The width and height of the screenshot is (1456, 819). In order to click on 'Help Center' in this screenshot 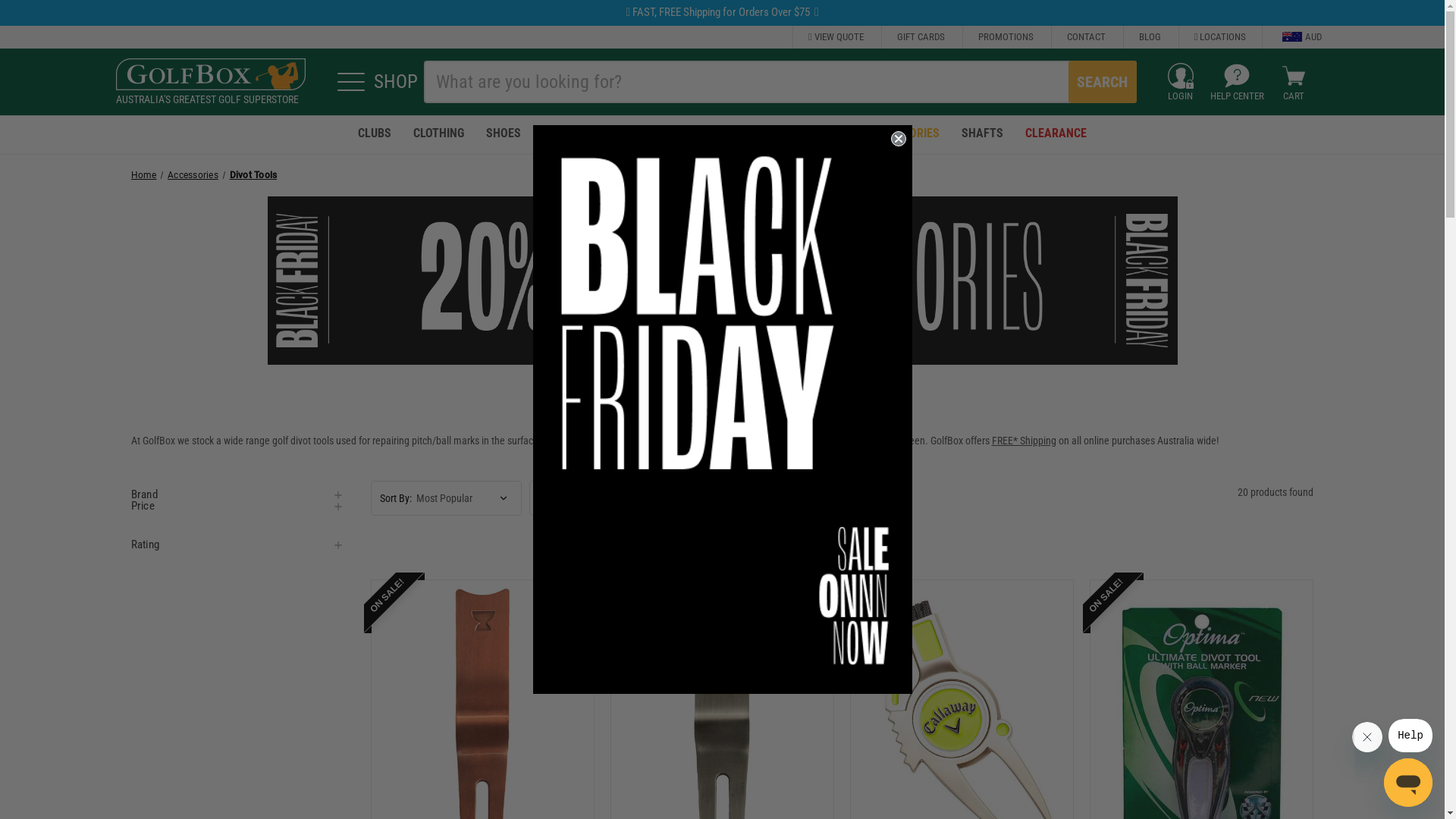, I will do `click(1223, 76)`.